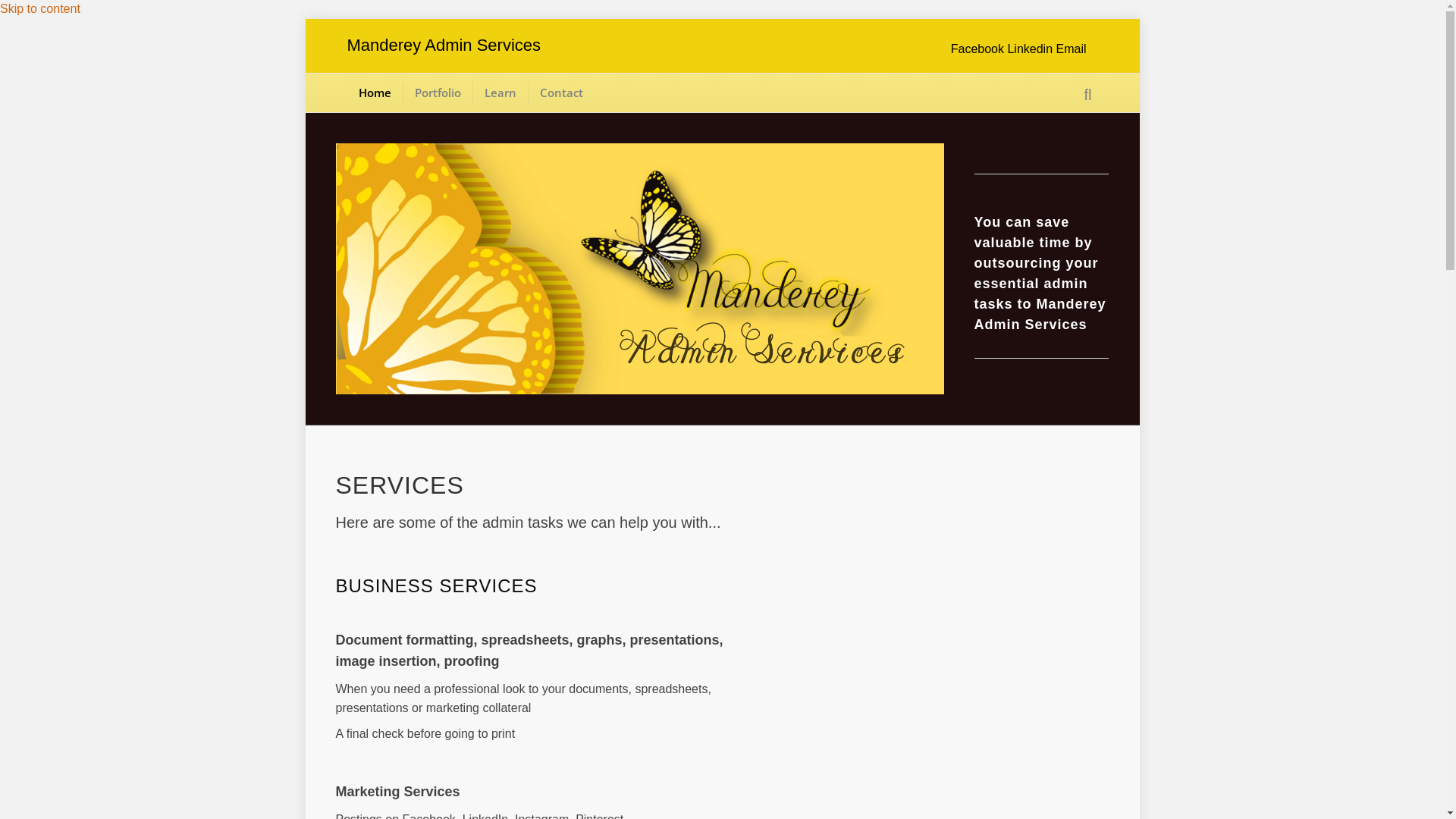 The image size is (1456, 819). I want to click on 'Home', so click(375, 93).